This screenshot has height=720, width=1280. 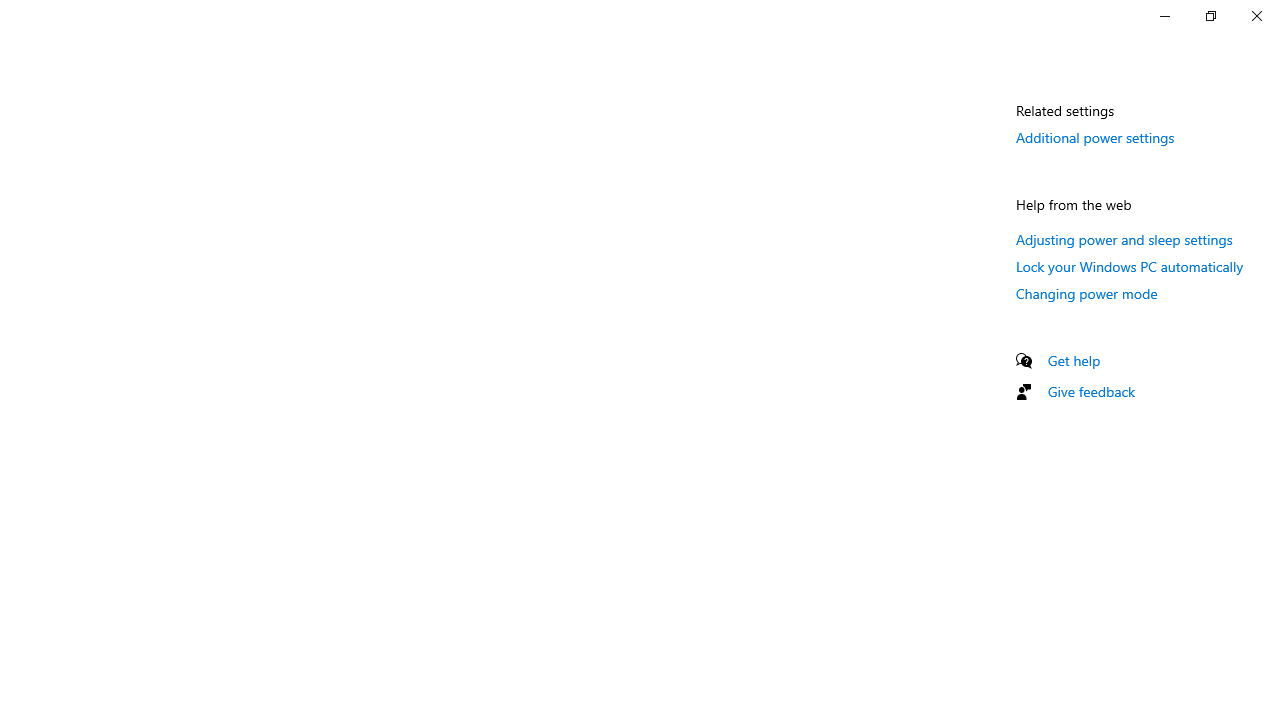 I want to click on 'Give feedback', so click(x=1090, y=391).